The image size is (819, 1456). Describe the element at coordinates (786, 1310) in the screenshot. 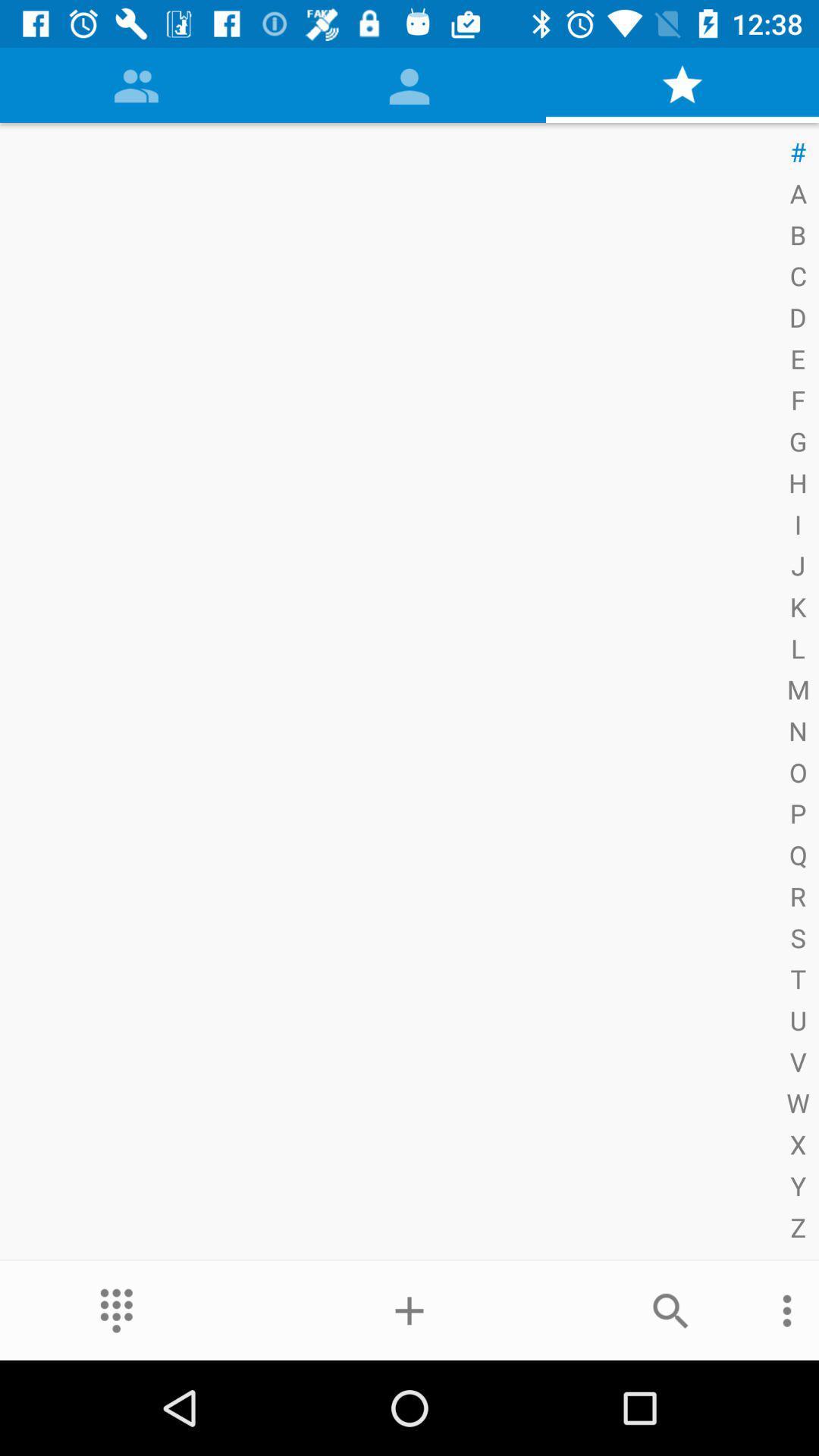

I see `the more icon` at that location.